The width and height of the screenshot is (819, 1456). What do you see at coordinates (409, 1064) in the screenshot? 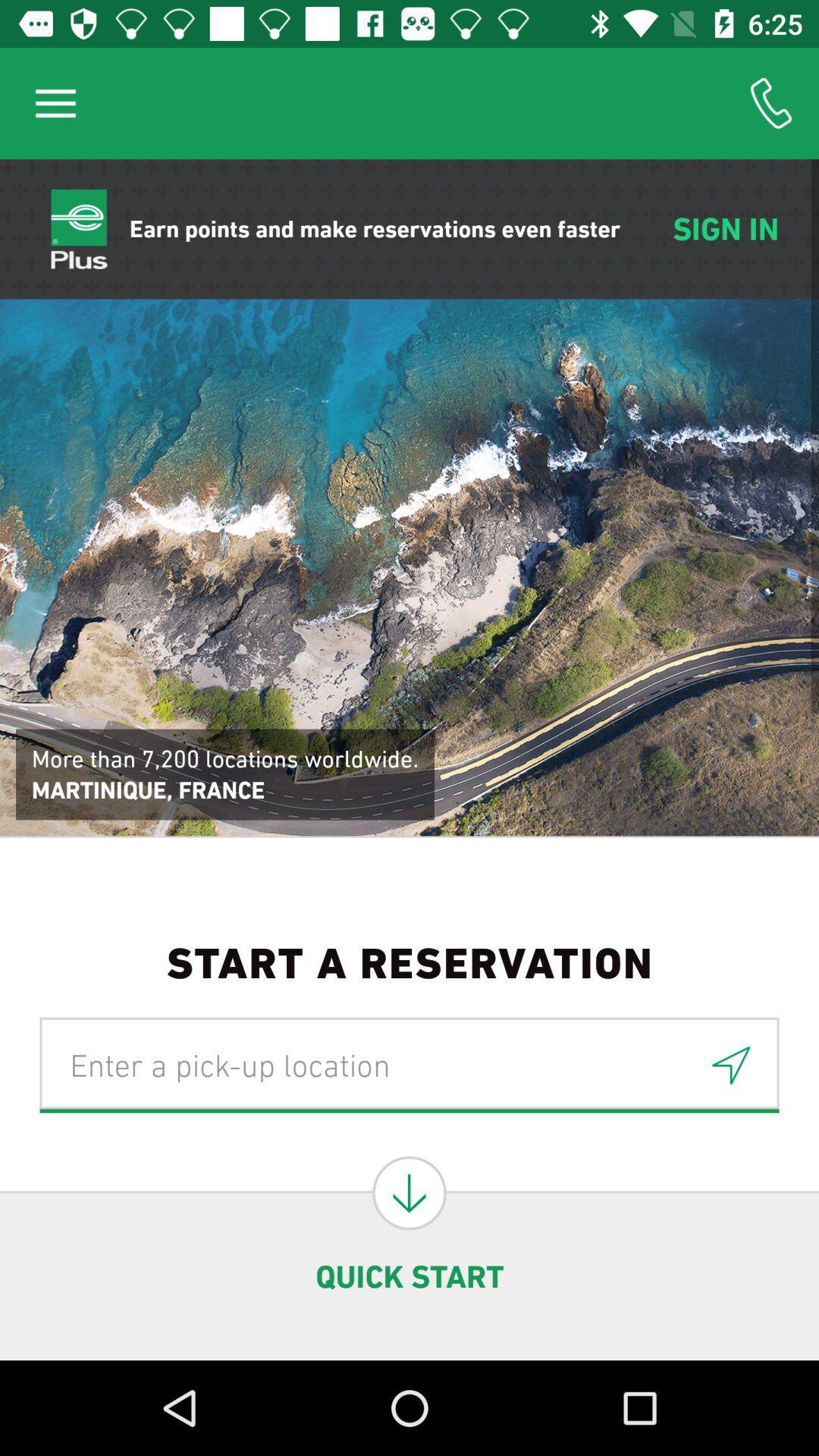
I see `a pick-up location` at bounding box center [409, 1064].